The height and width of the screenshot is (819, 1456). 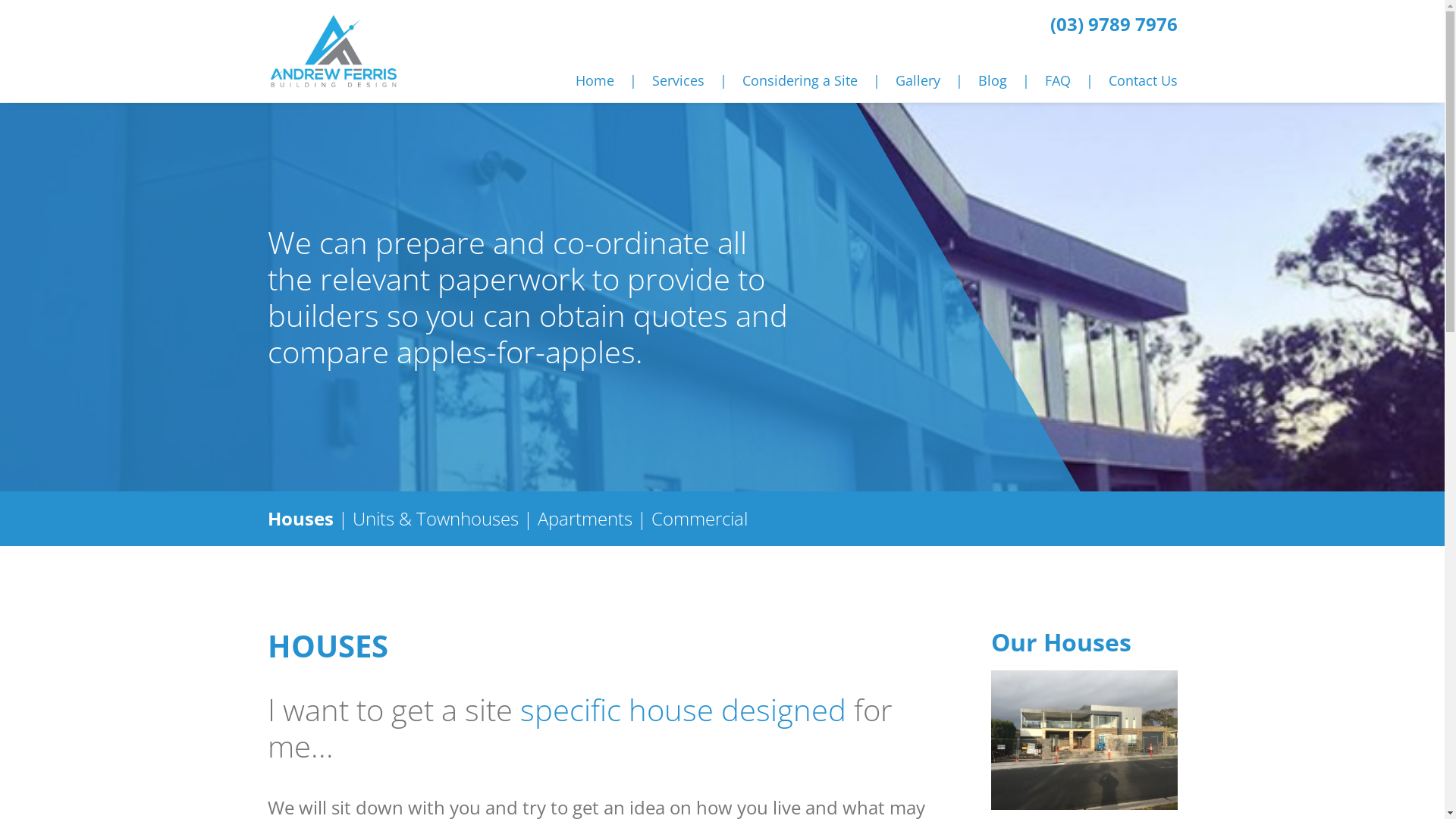 I want to click on '(03) 9789 7976', so click(x=1113, y=24).